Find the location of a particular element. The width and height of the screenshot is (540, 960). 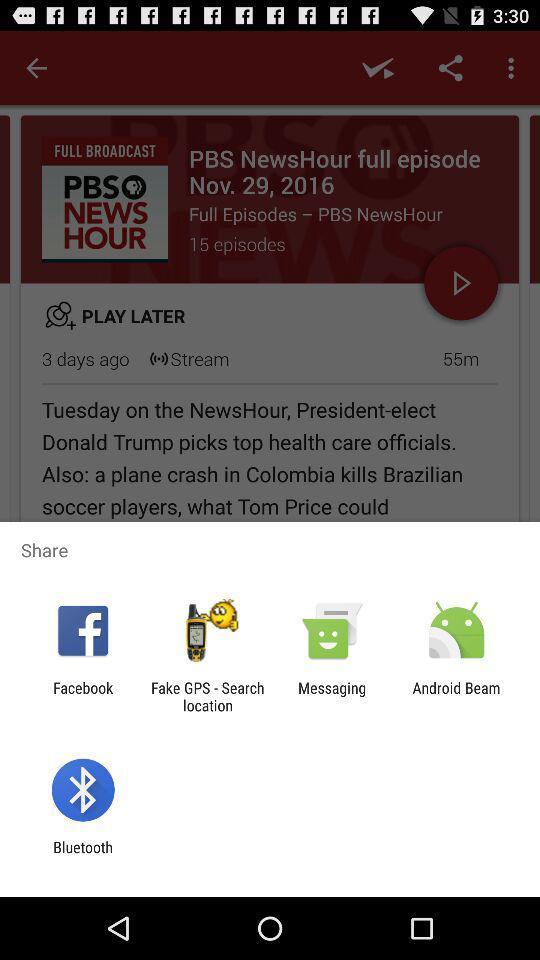

android beam icon is located at coordinates (456, 696).